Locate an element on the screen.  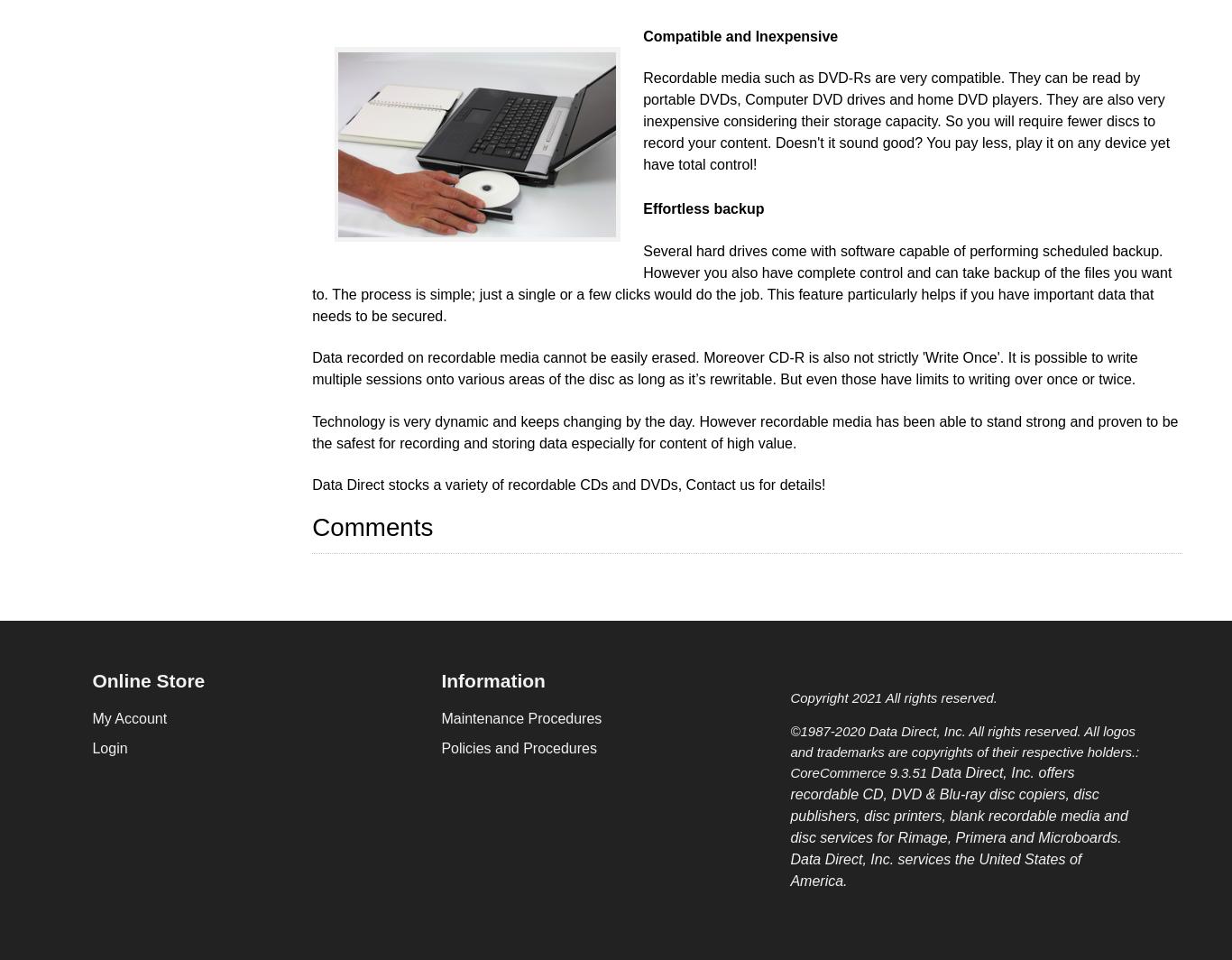
'Information' is located at coordinates (492, 679).